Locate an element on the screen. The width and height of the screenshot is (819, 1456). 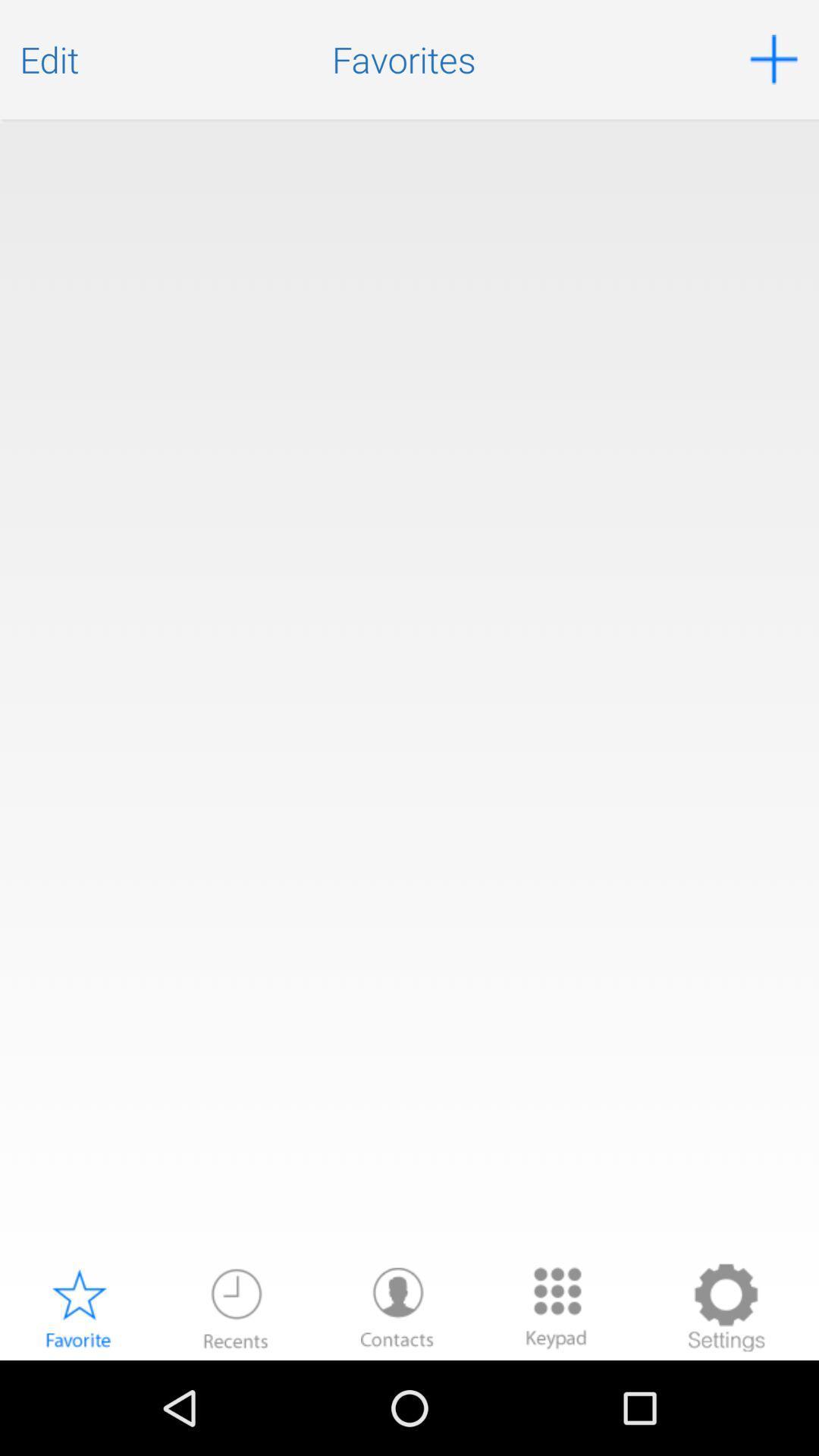
the edit is located at coordinates (49, 59).